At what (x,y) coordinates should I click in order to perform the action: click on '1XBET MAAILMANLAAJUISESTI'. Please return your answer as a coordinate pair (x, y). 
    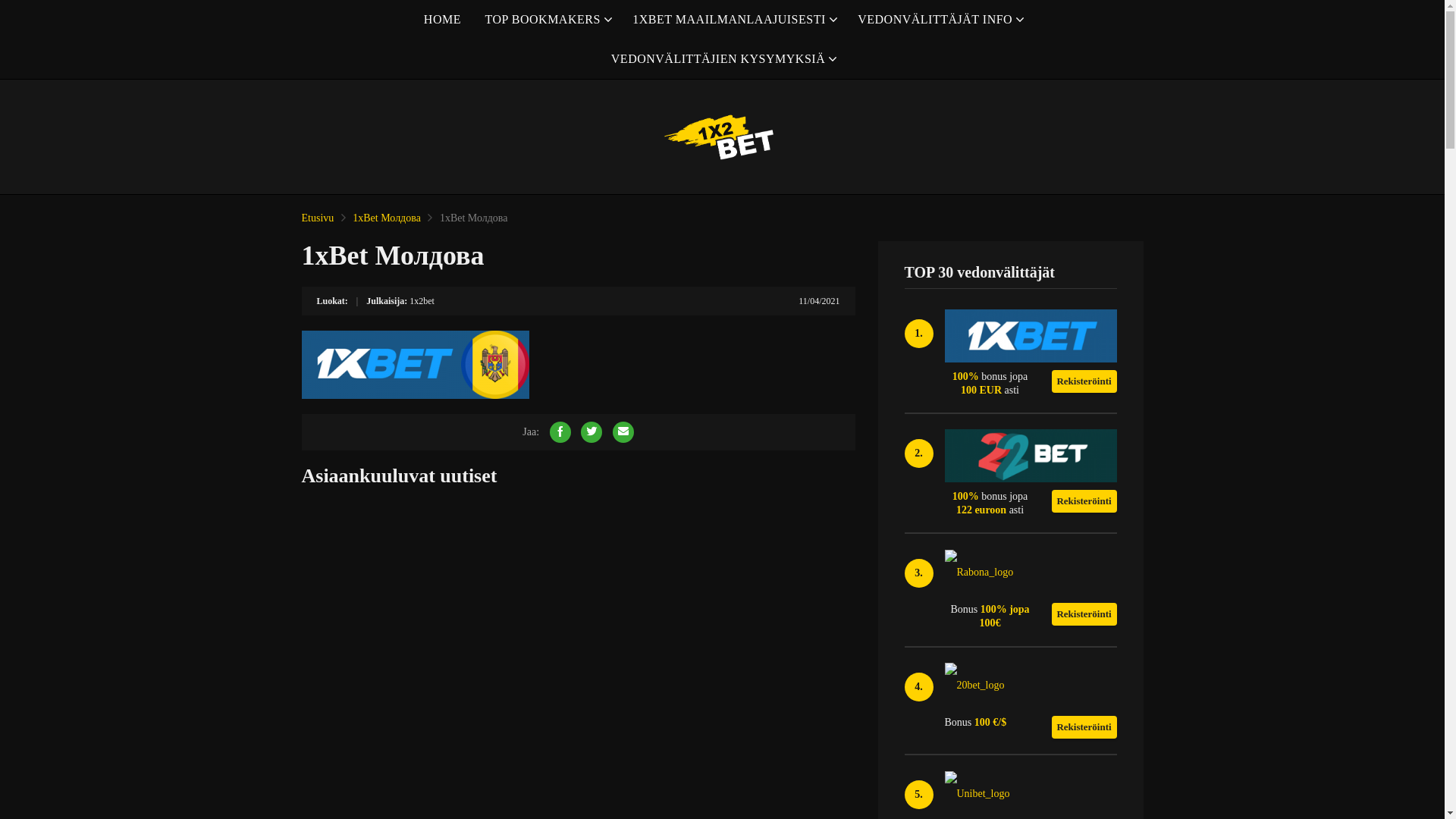
    Looking at the image, I should click on (733, 20).